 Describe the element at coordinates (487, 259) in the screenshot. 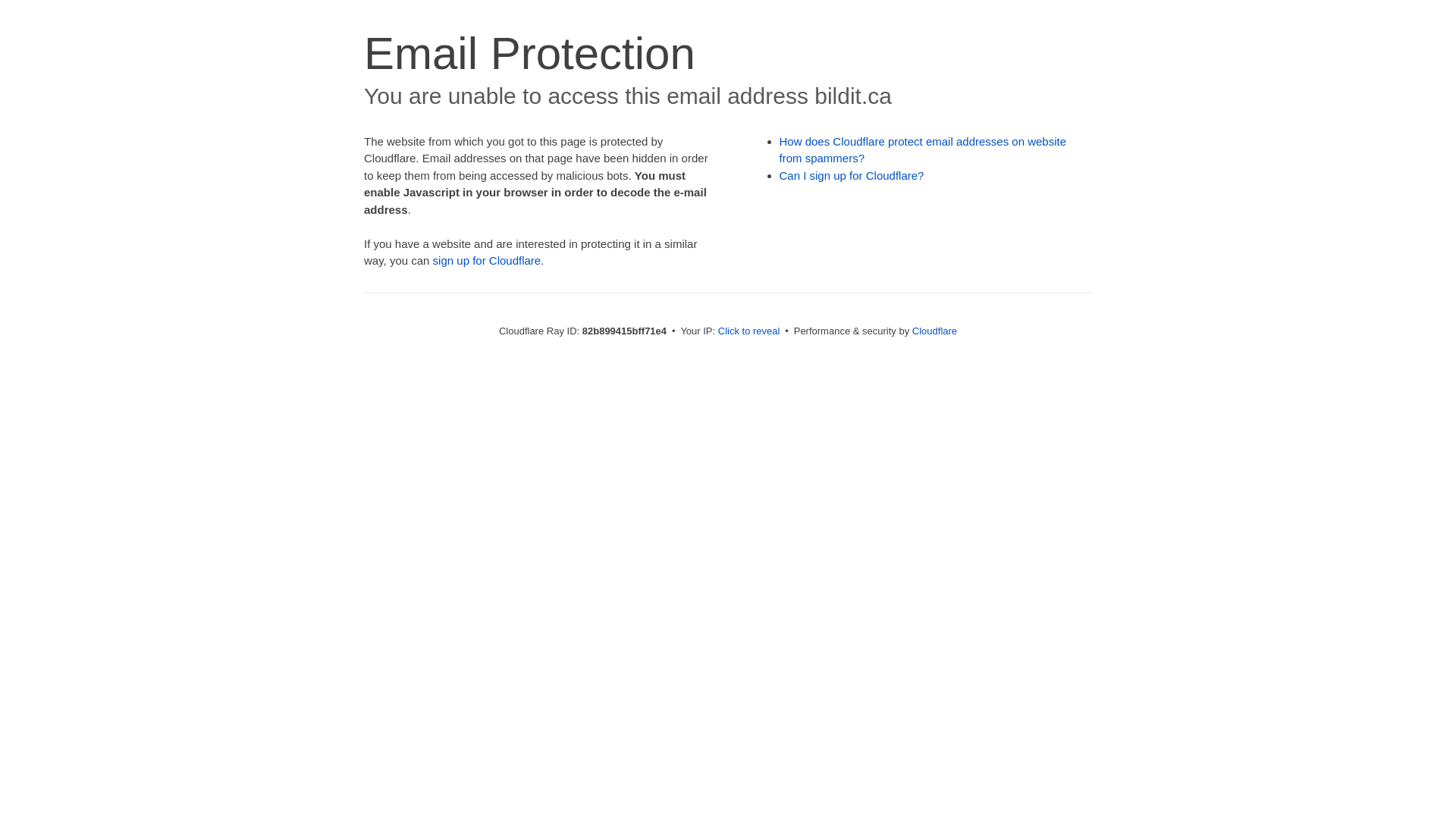

I see `'sign up for Cloudflare'` at that location.